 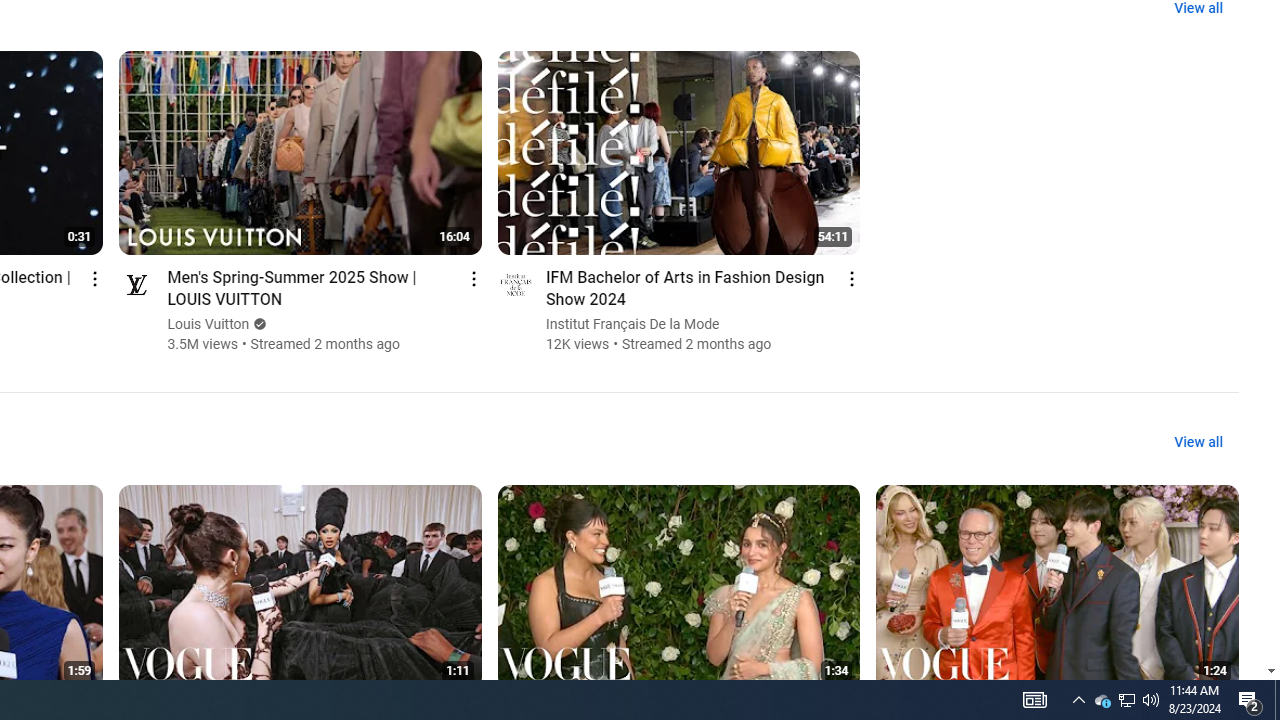 What do you see at coordinates (852, 278) in the screenshot?
I see `'Action menu'` at bounding box center [852, 278].